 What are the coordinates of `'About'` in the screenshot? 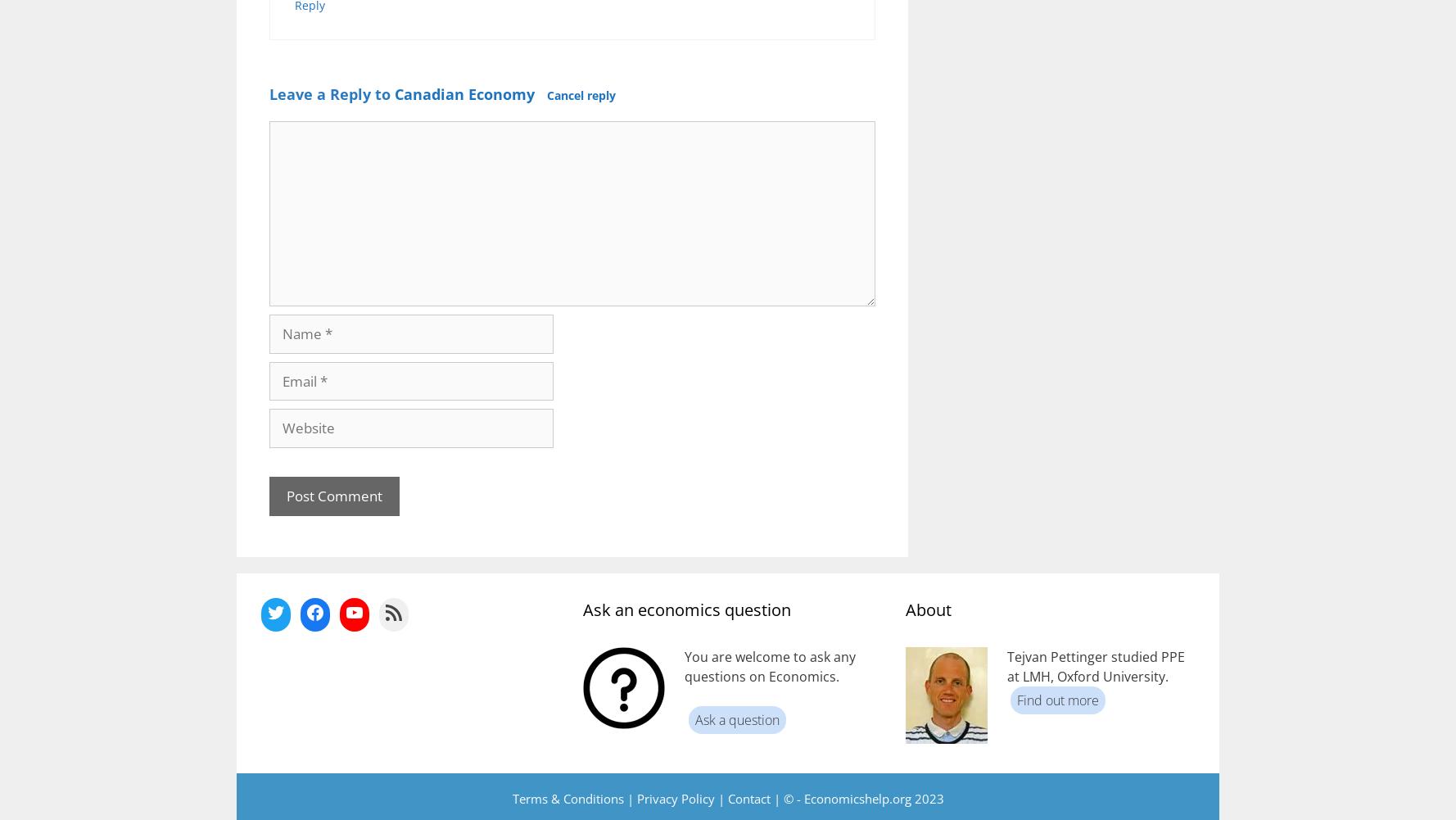 It's located at (926, 609).